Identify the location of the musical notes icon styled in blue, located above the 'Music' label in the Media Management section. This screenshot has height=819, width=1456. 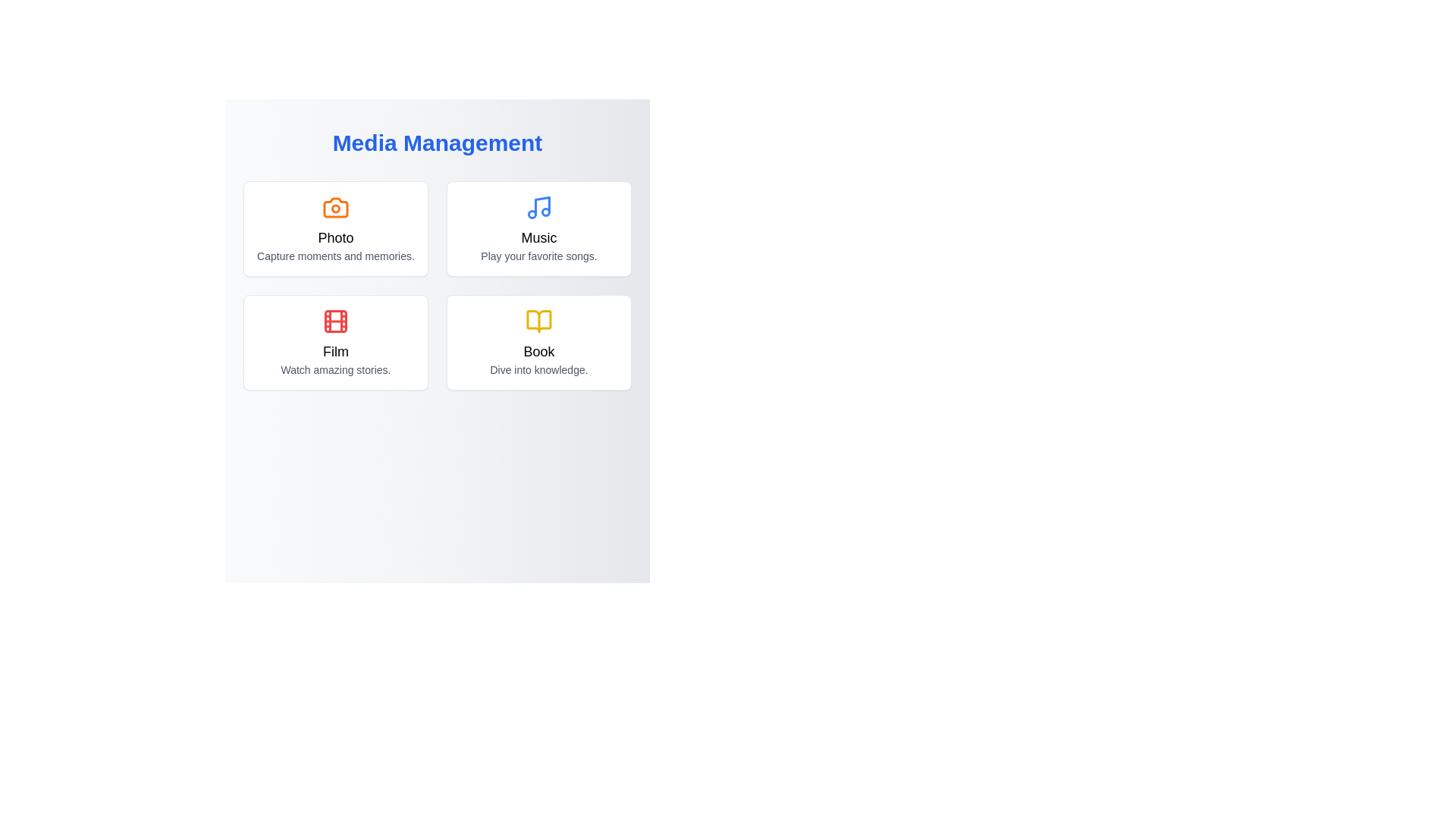
(538, 207).